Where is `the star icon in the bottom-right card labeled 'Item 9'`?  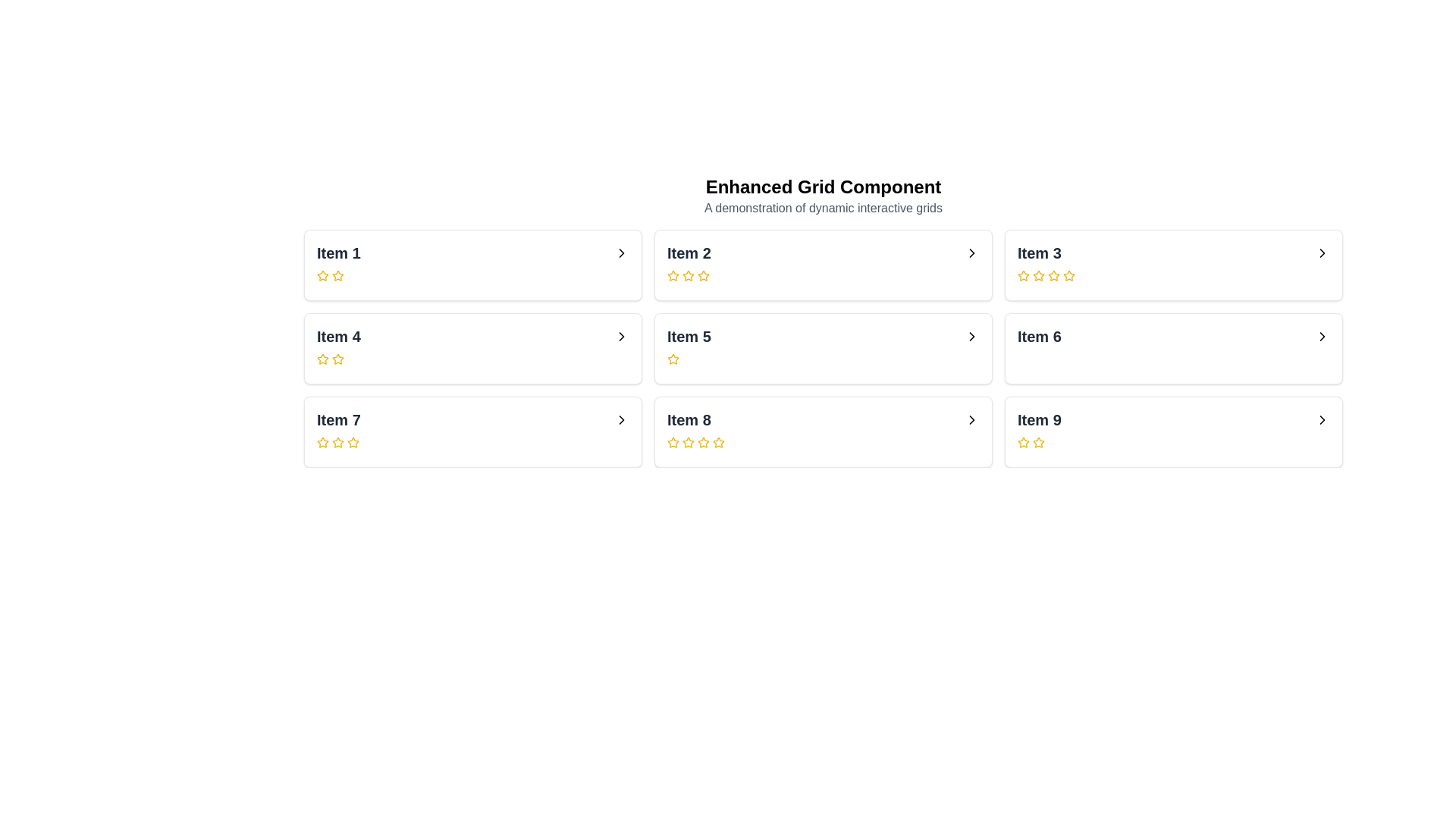 the star icon in the bottom-right card labeled 'Item 9' is located at coordinates (1037, 441).